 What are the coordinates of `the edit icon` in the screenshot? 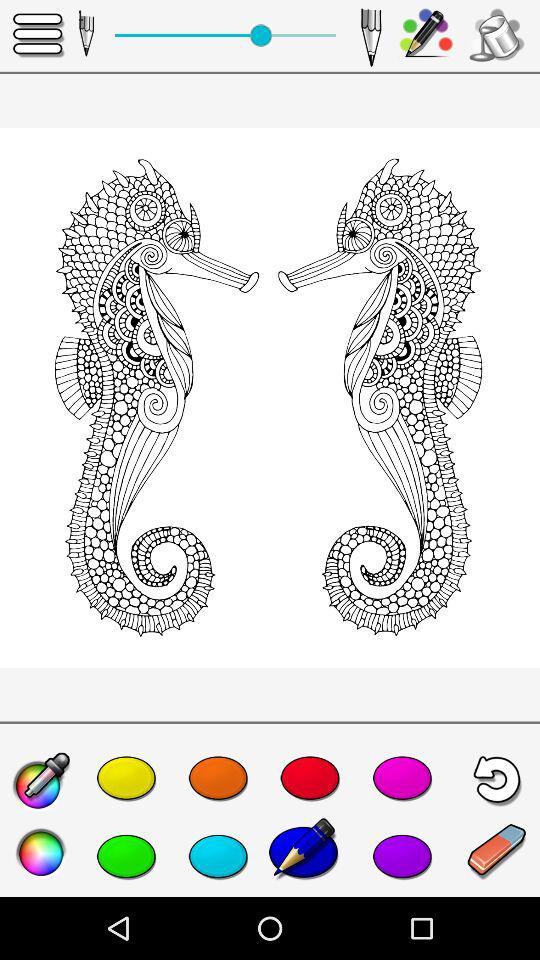 It's located at (496, 850).